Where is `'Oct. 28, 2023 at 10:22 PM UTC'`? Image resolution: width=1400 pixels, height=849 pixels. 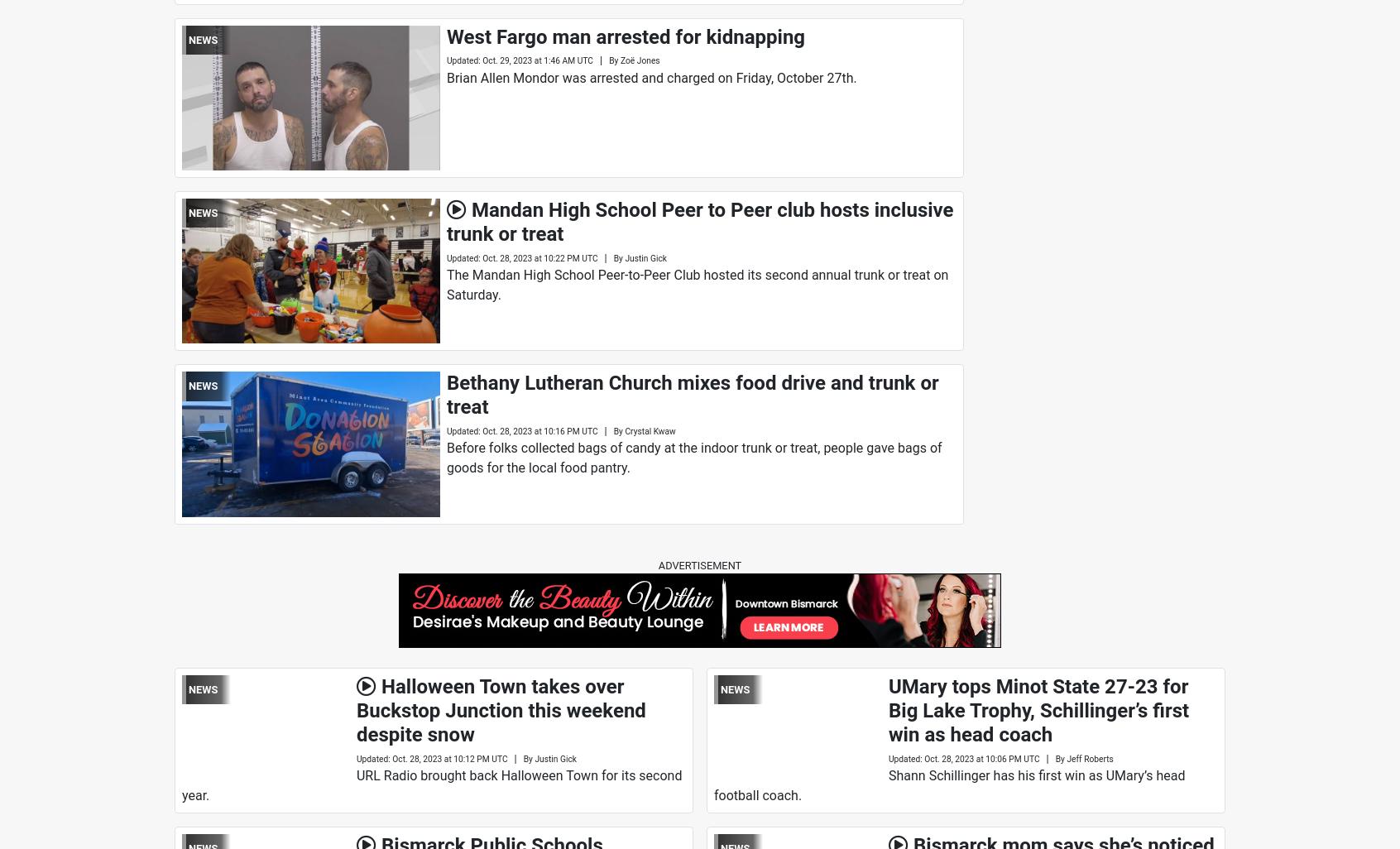 'Oct. 28, 2023 at 10:22 PM UTC' is located at coordinates (539, 257).